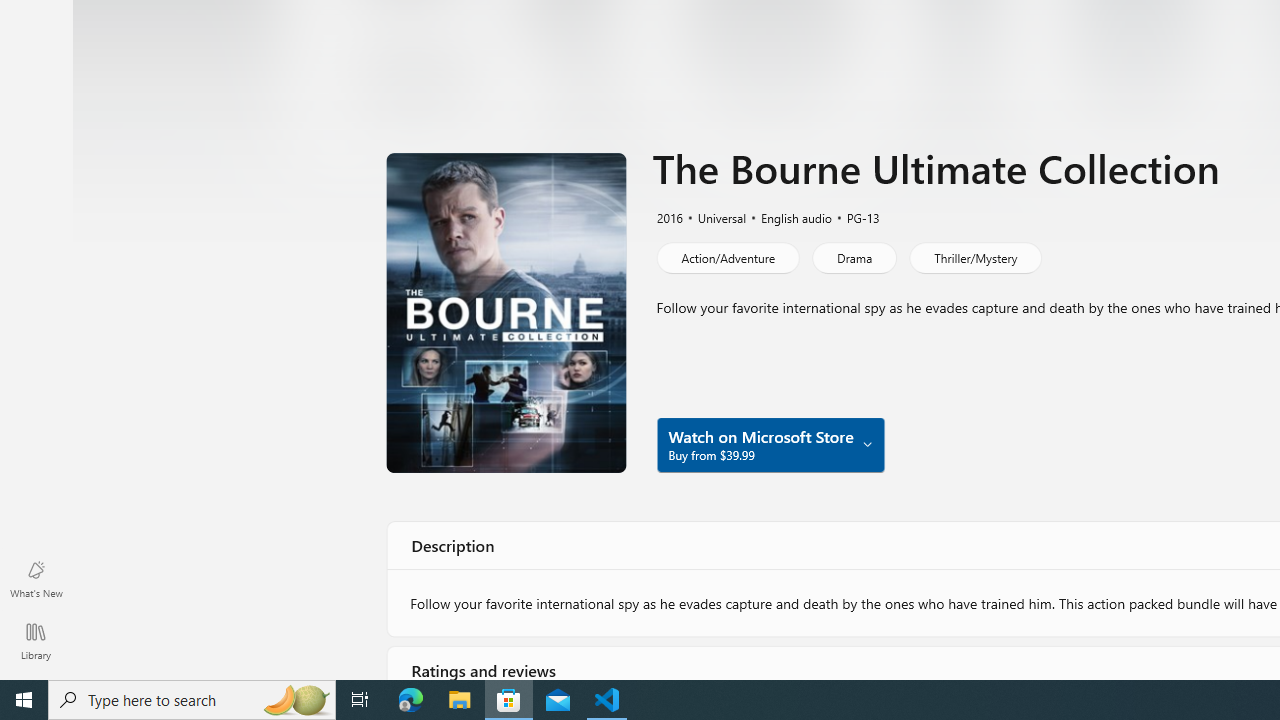  I want to click on 'PG-13', so click(854, 217).